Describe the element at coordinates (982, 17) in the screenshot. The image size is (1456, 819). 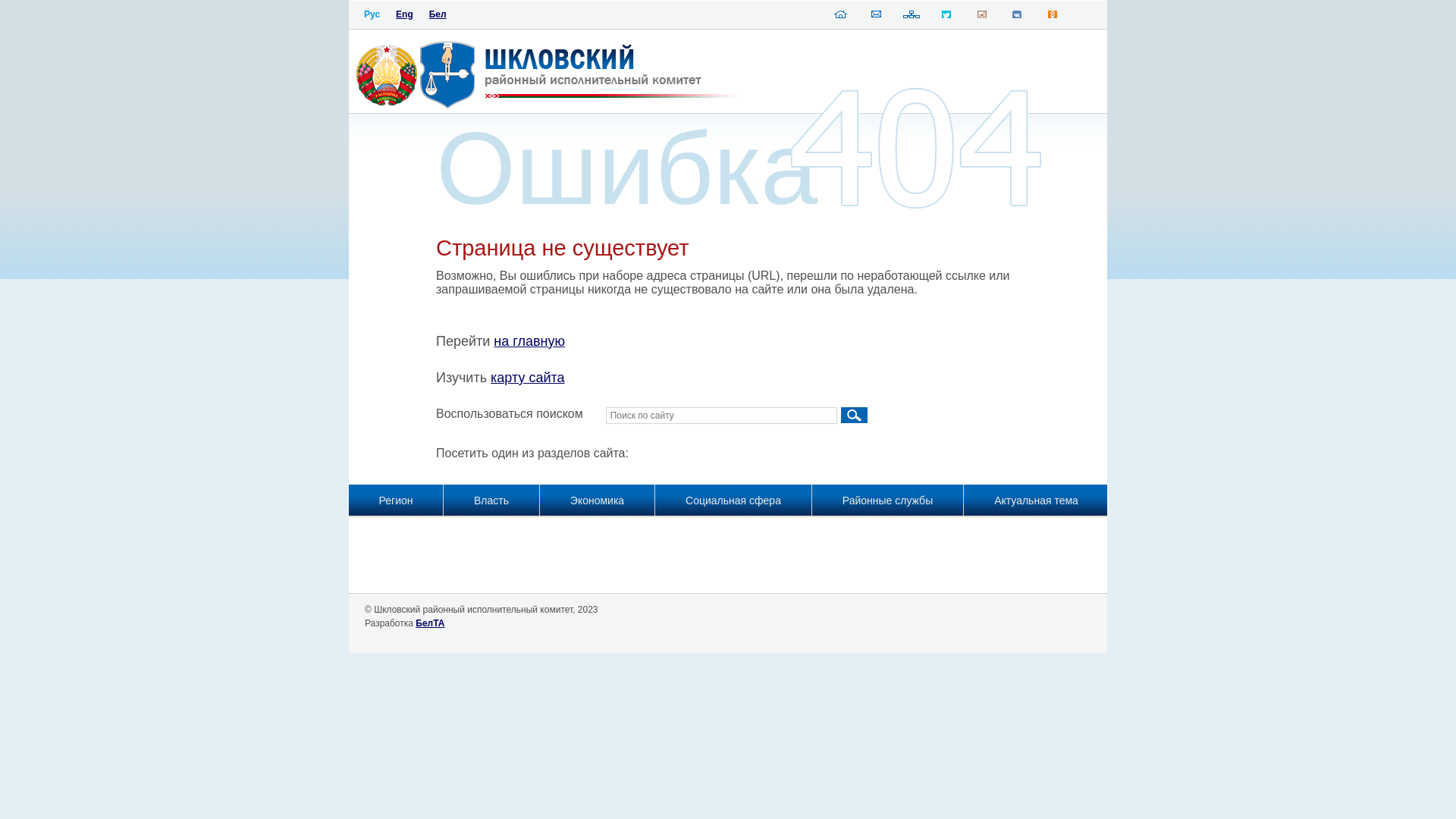
I see `'instagram'` at that location.